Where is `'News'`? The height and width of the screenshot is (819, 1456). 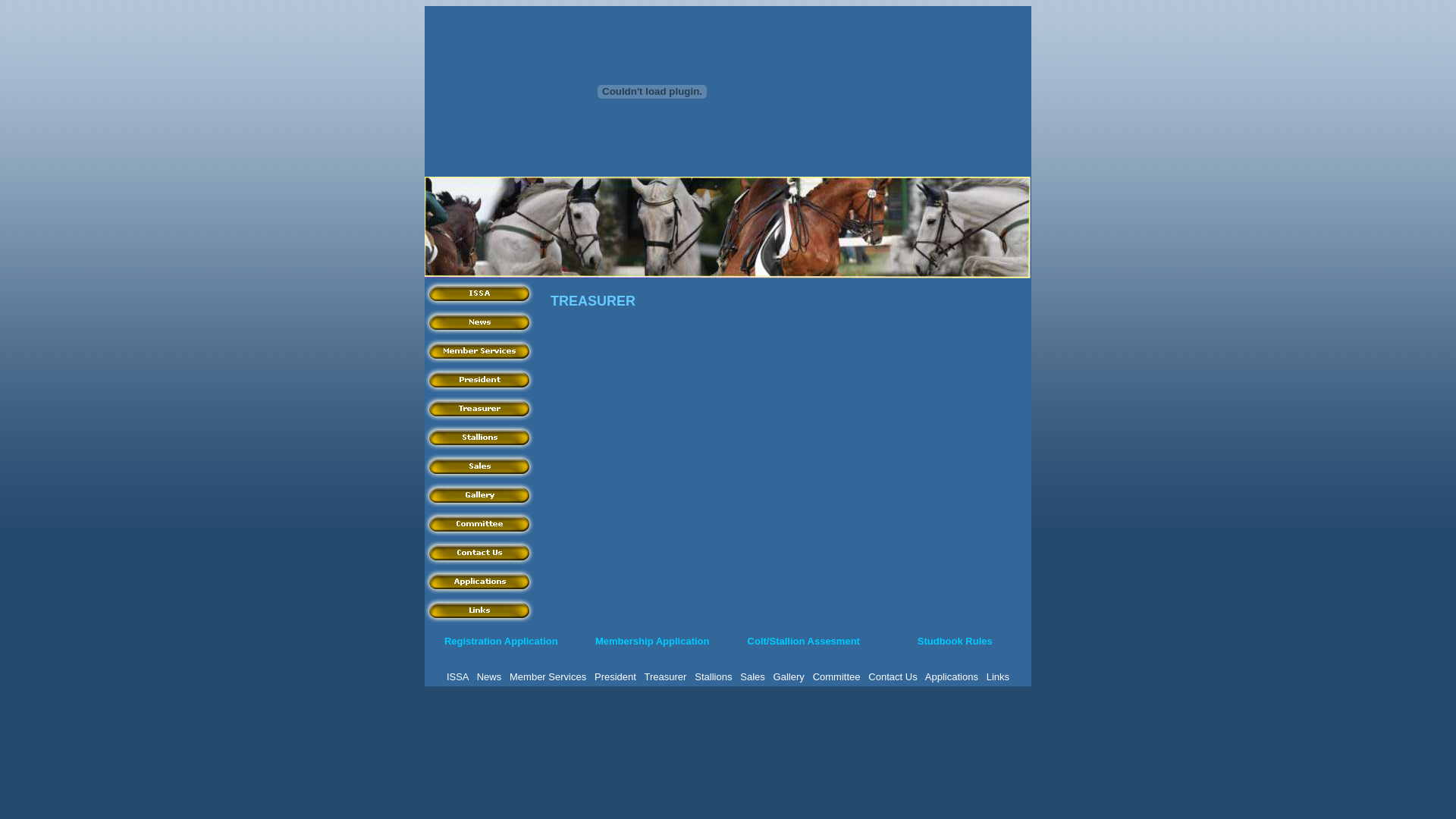
'News' is located at coordinates (479, 321).